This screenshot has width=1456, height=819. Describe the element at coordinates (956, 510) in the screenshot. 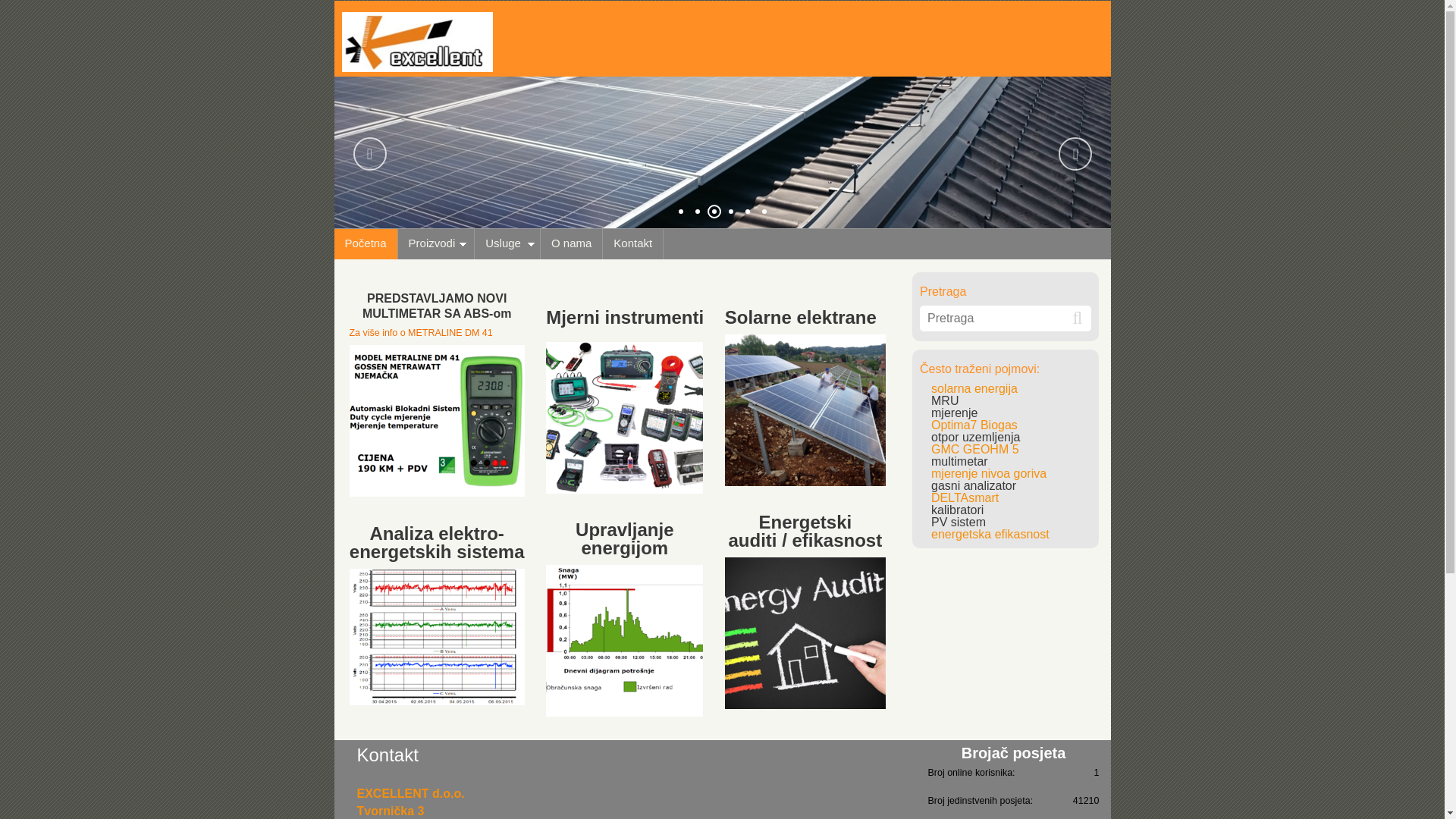

I see `'kalibratori'` at that location.